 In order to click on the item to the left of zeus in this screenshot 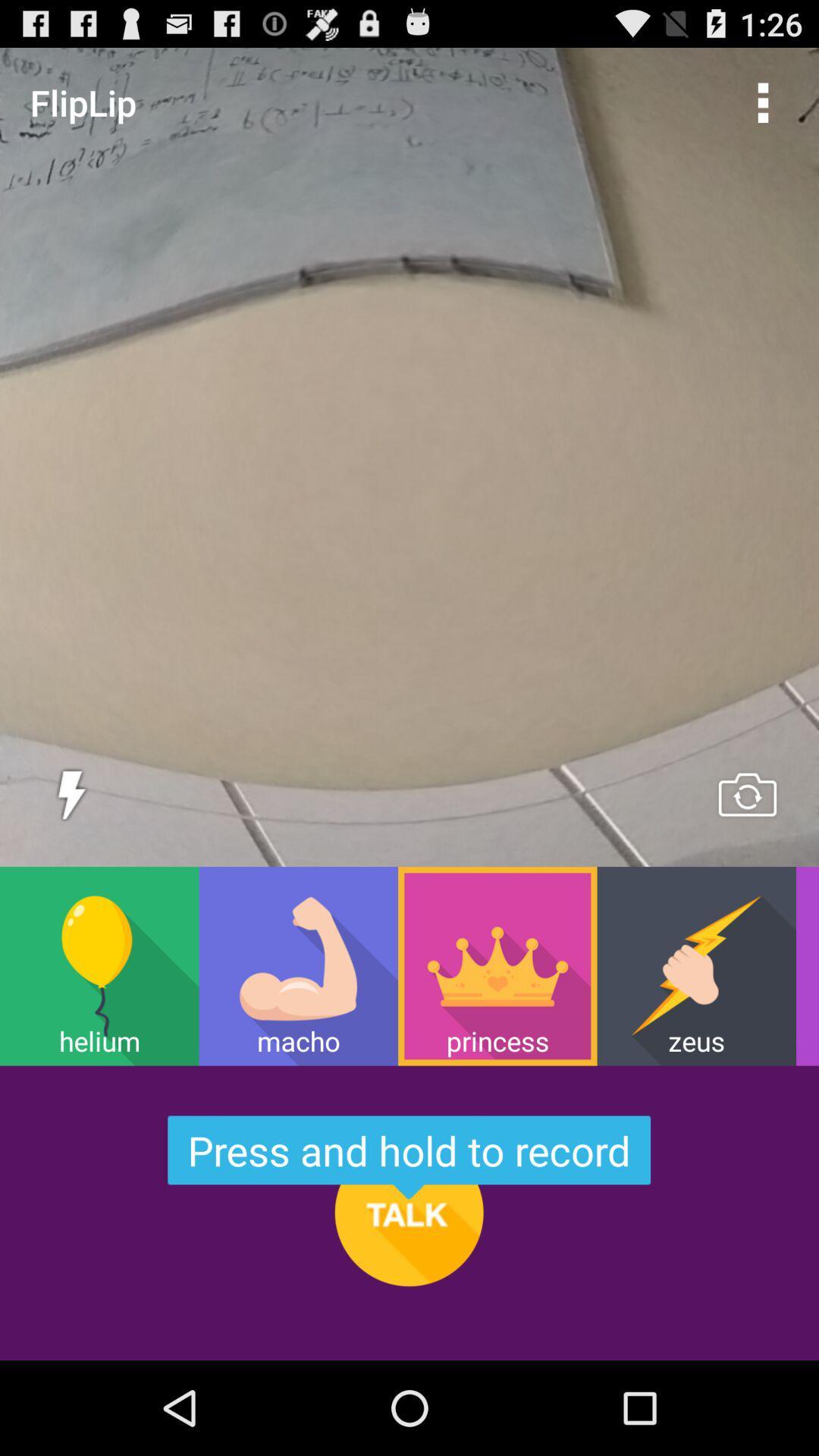, I will do `click(497, 965)`.